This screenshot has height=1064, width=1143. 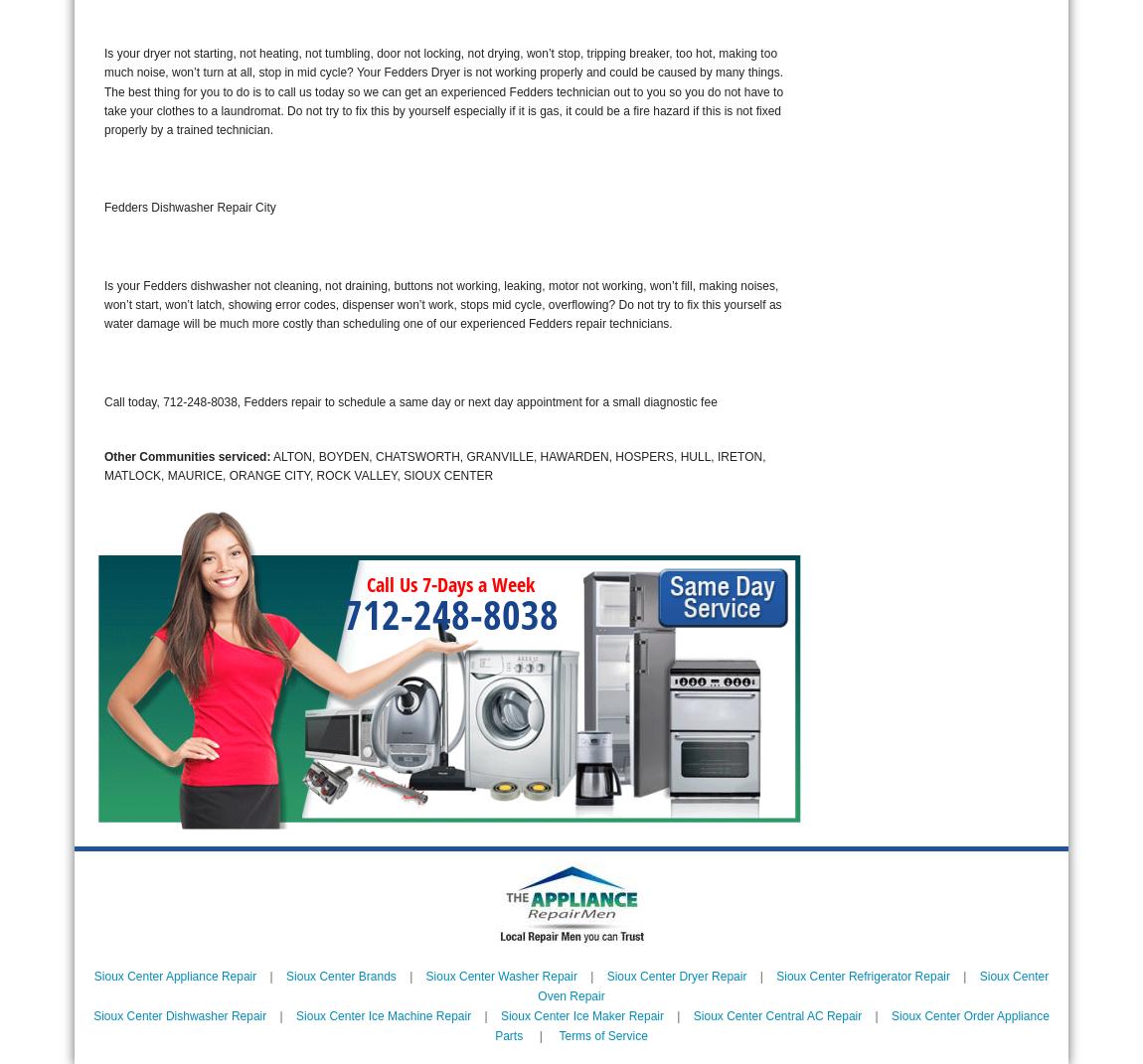 I want to click on 'Call Us 7-Days a Week', so click(x=450, y=584).